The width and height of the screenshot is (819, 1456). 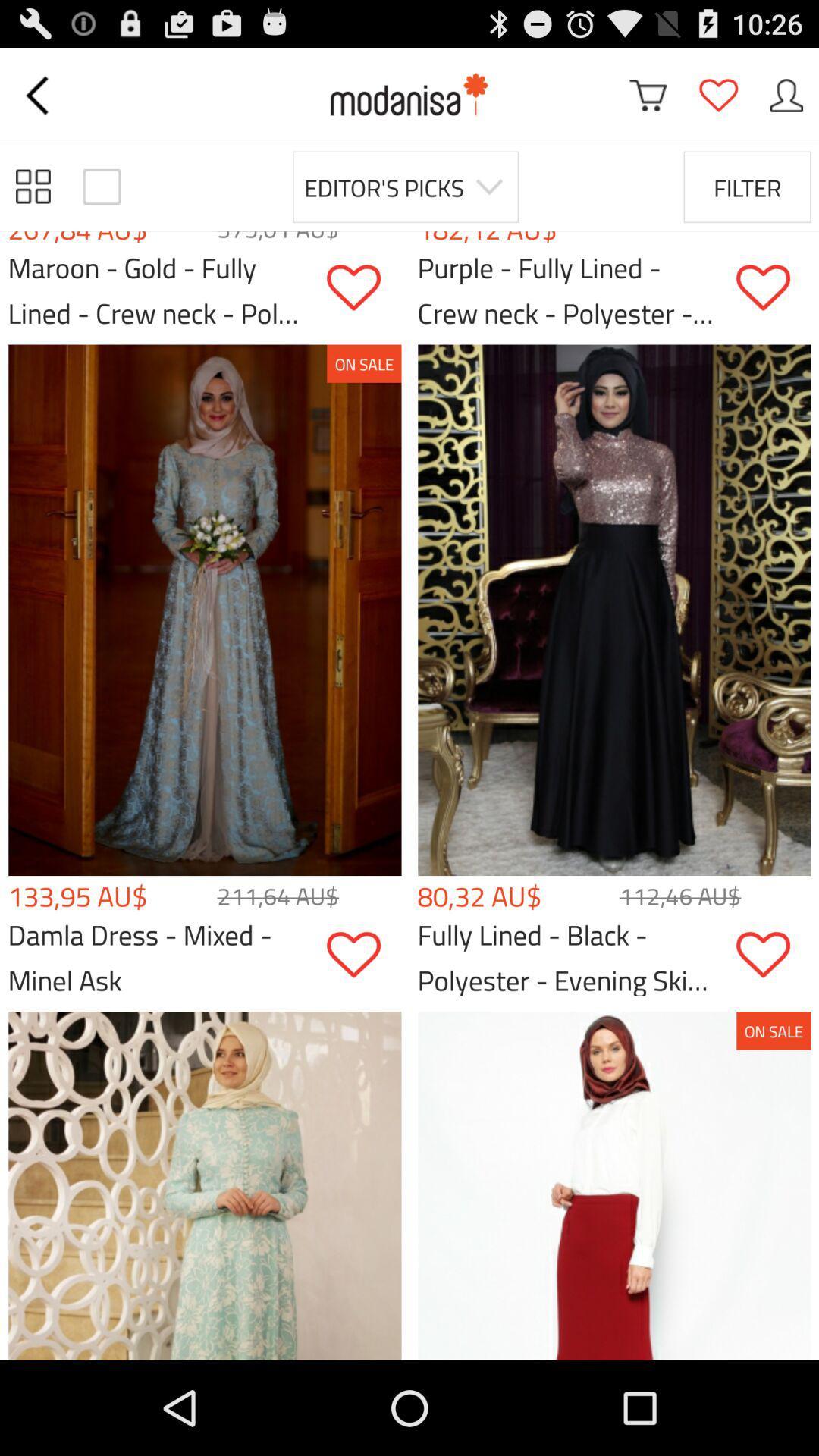 I want to click on about me option, so click(x=786, y=94).